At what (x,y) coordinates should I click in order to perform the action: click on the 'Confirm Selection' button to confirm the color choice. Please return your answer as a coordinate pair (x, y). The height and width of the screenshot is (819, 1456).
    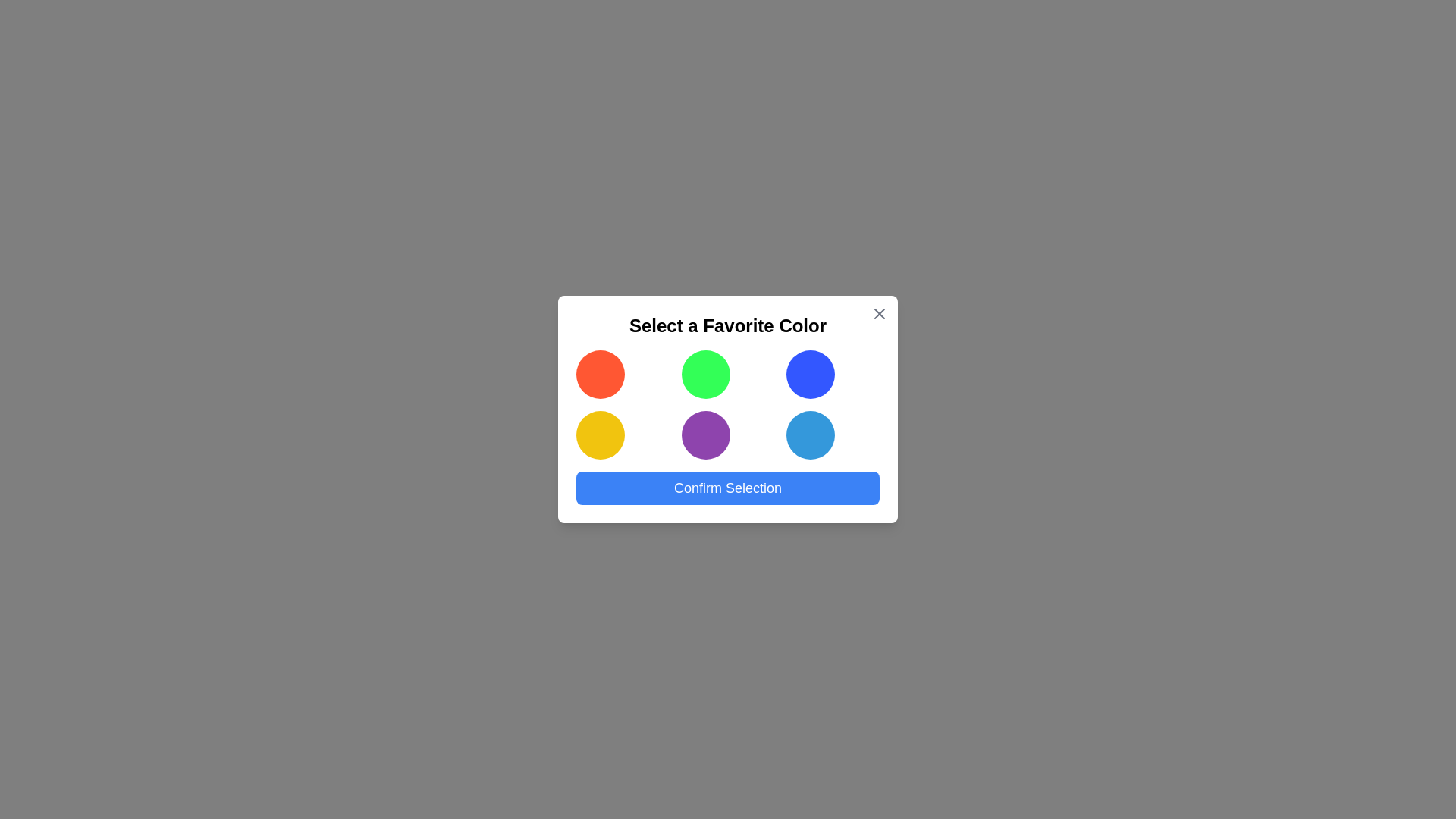
    Looking at the image, I should click on (728, 488).